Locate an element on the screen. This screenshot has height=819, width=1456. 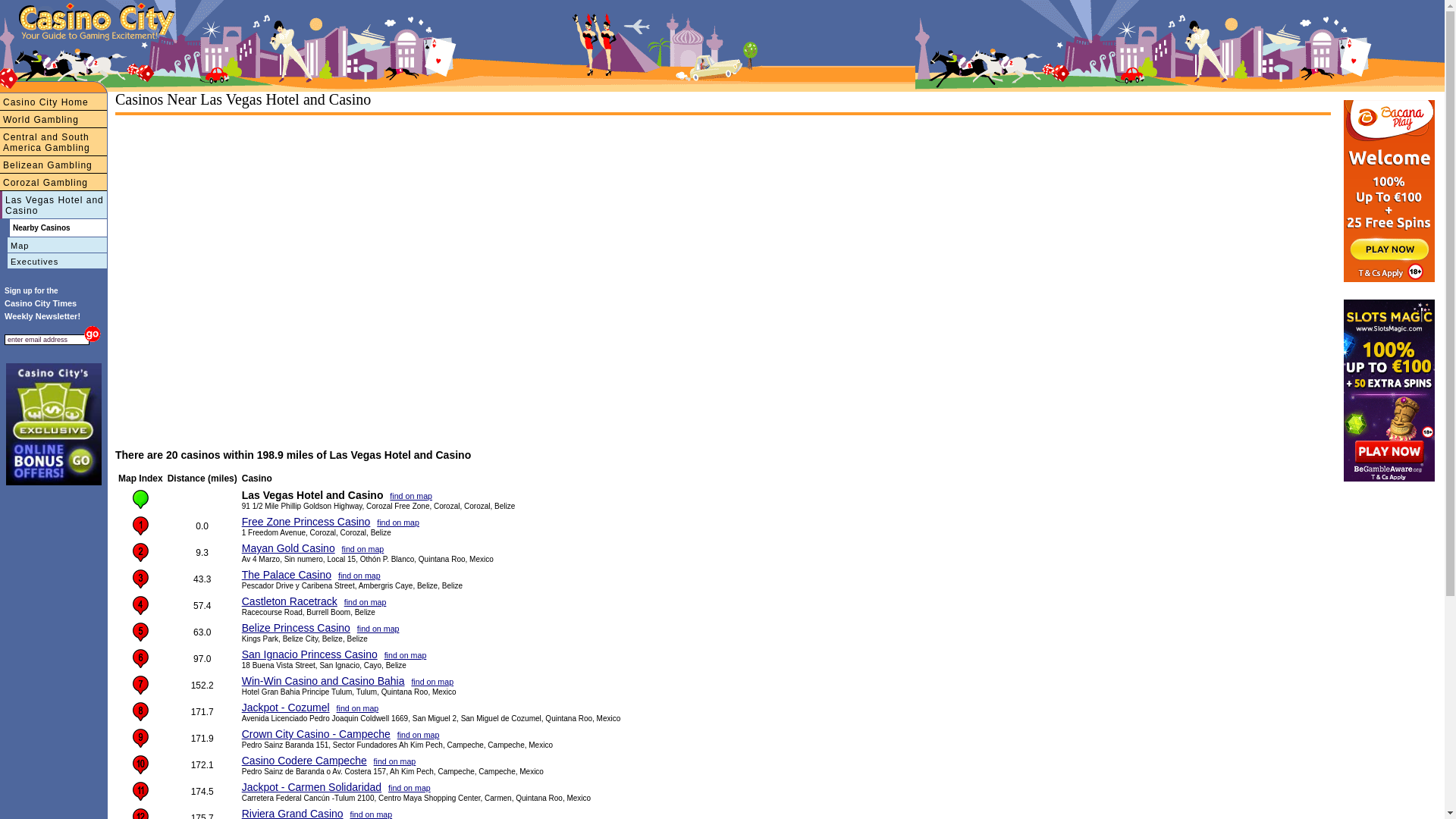
'find on map' is located at coordinates (359, 576).